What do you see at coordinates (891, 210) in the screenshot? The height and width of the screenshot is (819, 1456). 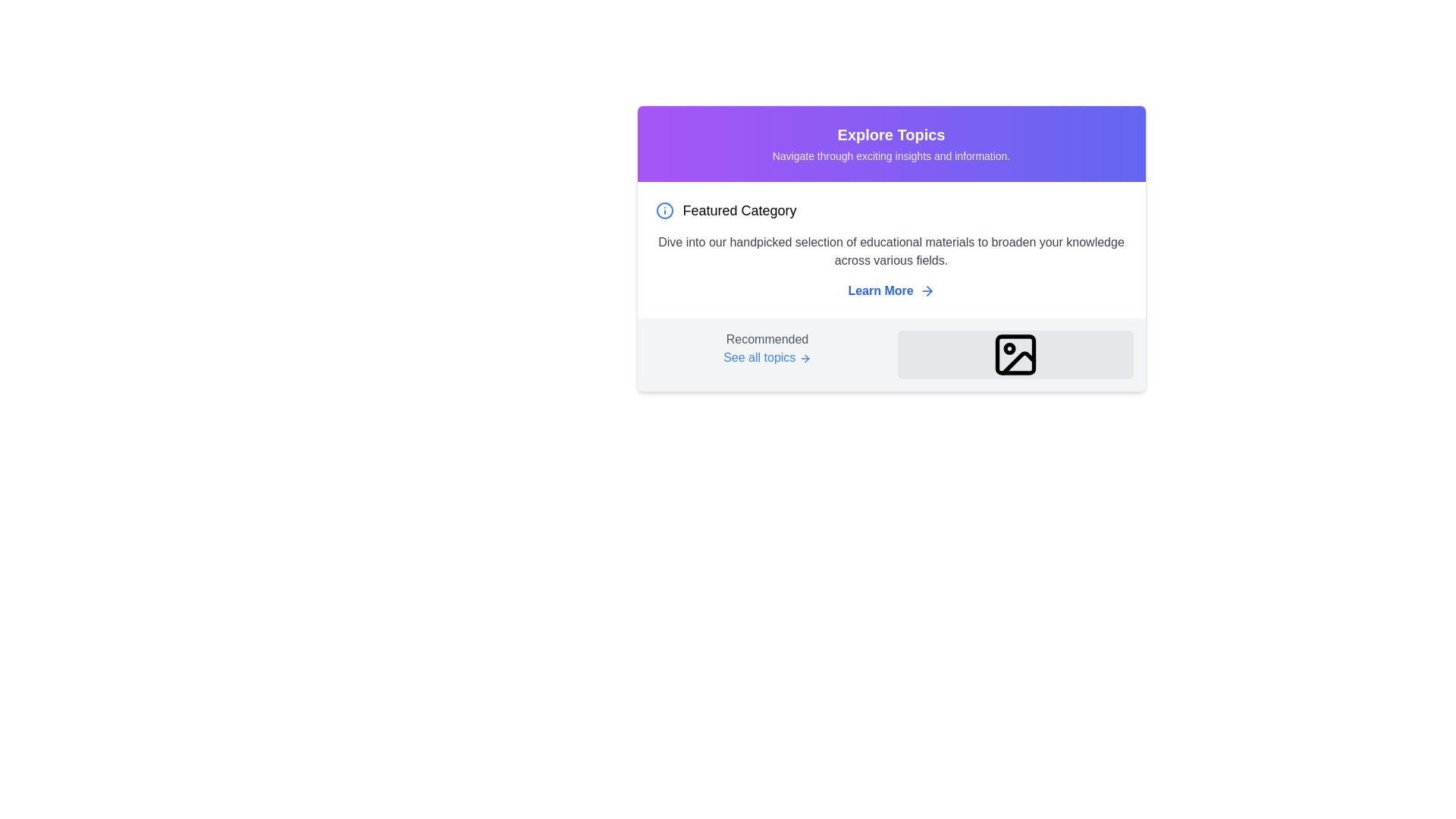 I see `the 'Featured Category' text with blue circular icon located at the top of the featured categories box` at bounding box center [891, 210].